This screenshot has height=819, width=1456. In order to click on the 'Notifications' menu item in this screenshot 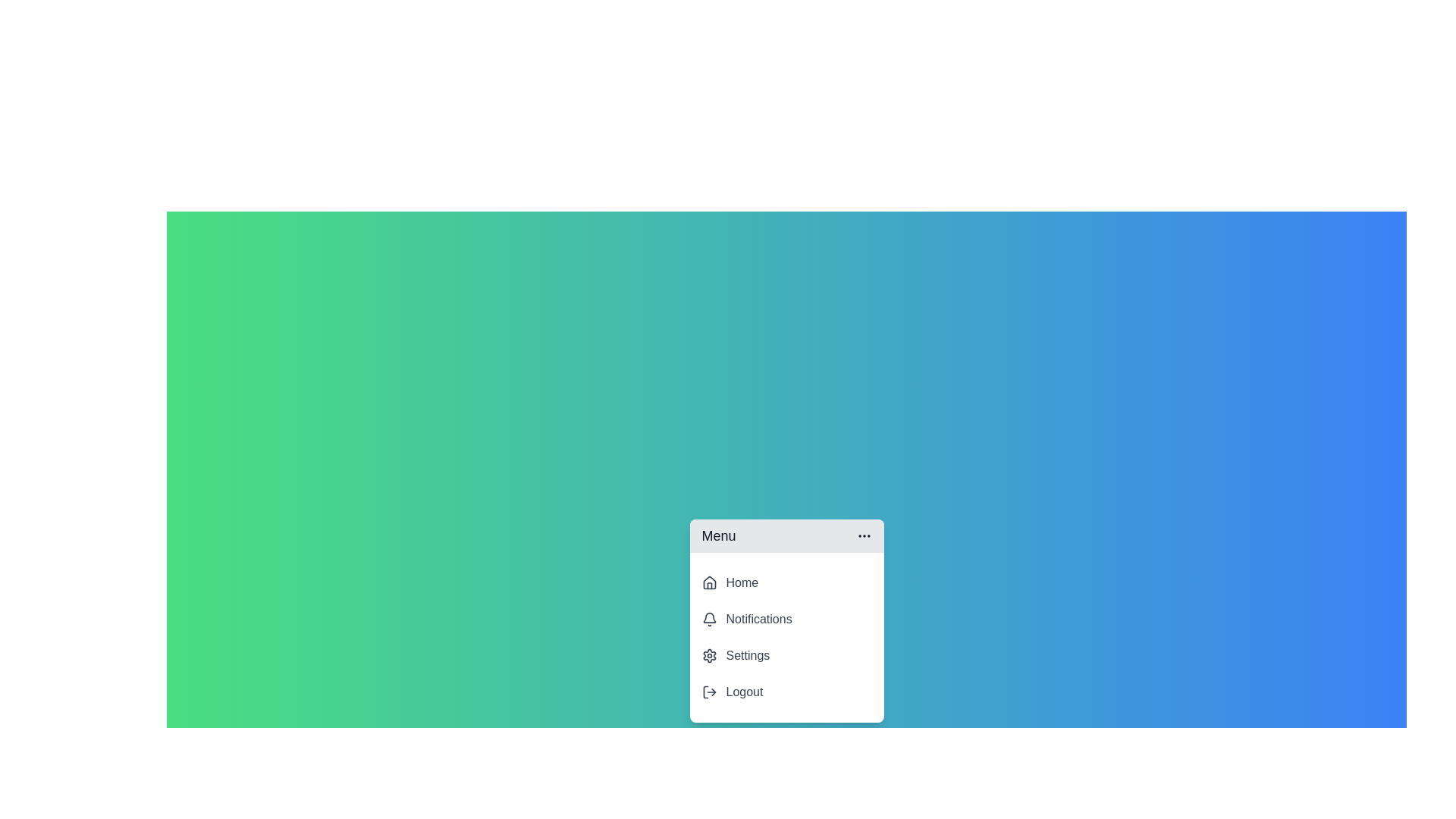, I will do `click(786, 620)`.